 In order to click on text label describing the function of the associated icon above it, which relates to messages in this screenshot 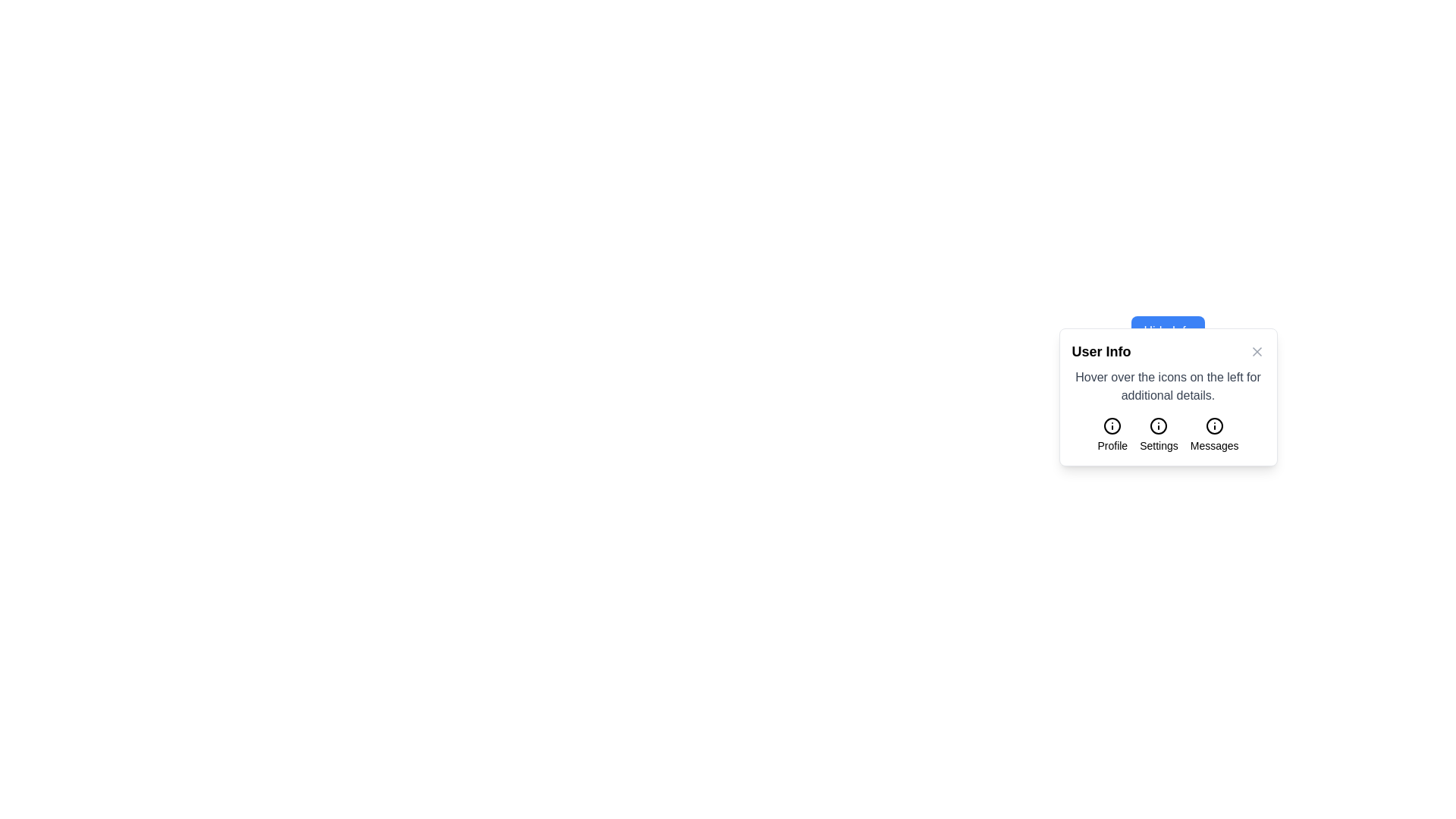, I will do `click(1214, 444)`.